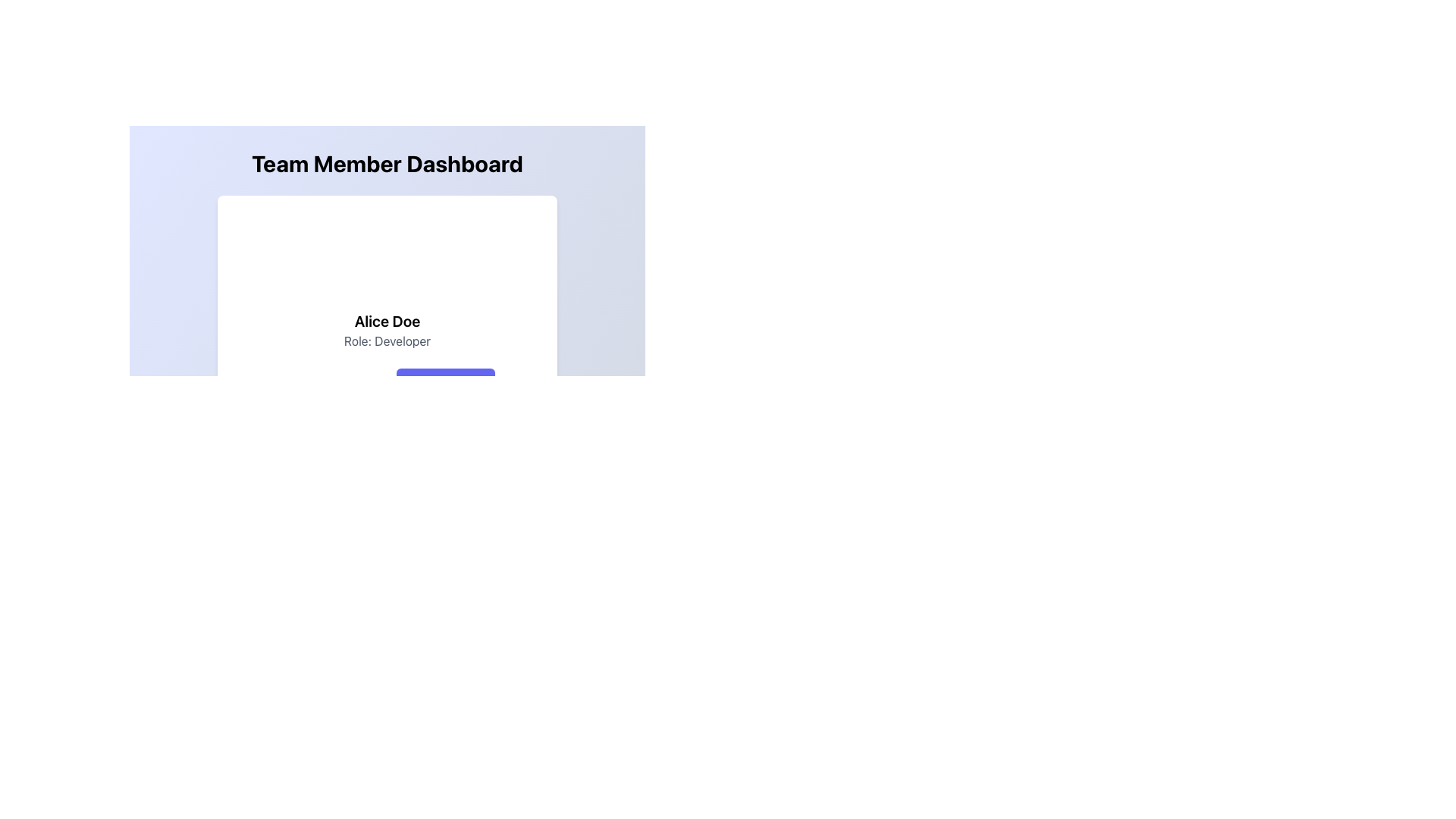 The image size is (1456, 819). I want to click on main header text located at the upper part of the interface, which serves as the title and identifies the context of the displayed interface, so click(387, 164).